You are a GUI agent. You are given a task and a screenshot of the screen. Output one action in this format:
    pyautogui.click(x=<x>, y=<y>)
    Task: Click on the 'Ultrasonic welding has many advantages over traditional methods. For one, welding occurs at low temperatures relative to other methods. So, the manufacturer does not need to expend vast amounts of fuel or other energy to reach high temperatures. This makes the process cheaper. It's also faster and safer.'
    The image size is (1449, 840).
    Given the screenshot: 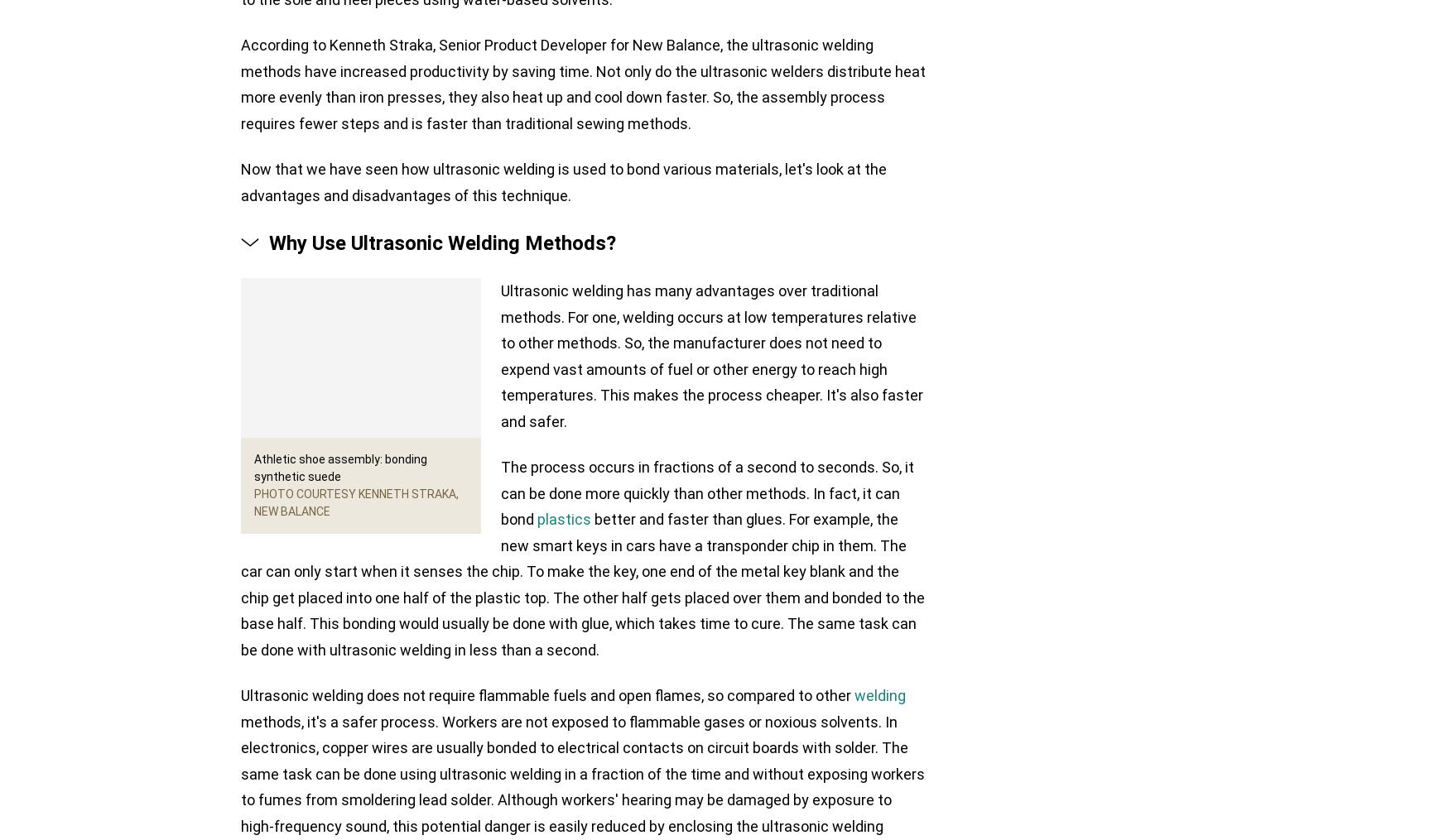 What is the action you would take?
    pyautogui.click(x=711, y=355)
    